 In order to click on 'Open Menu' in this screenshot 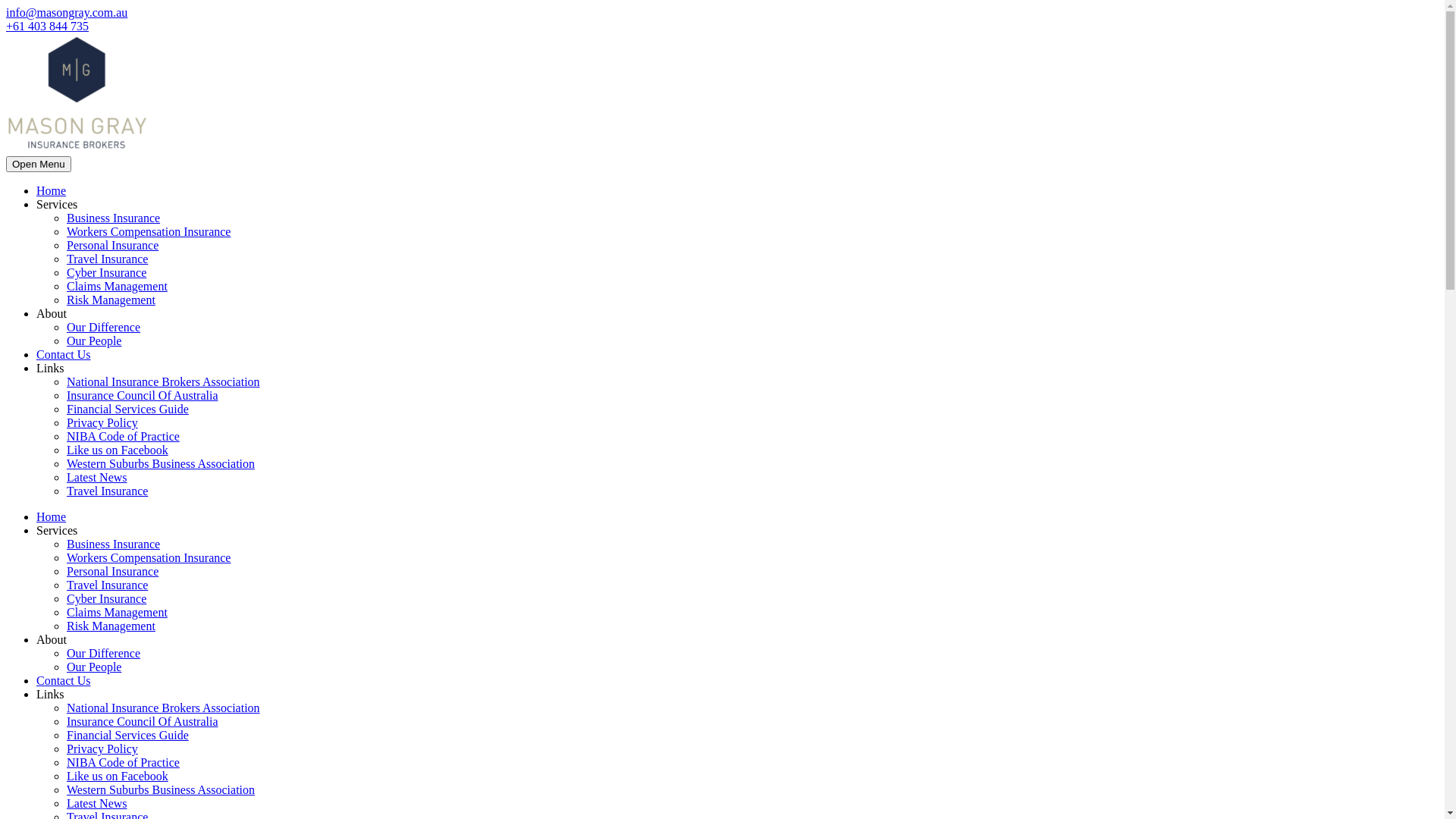, I will do `click(39, 164)`.